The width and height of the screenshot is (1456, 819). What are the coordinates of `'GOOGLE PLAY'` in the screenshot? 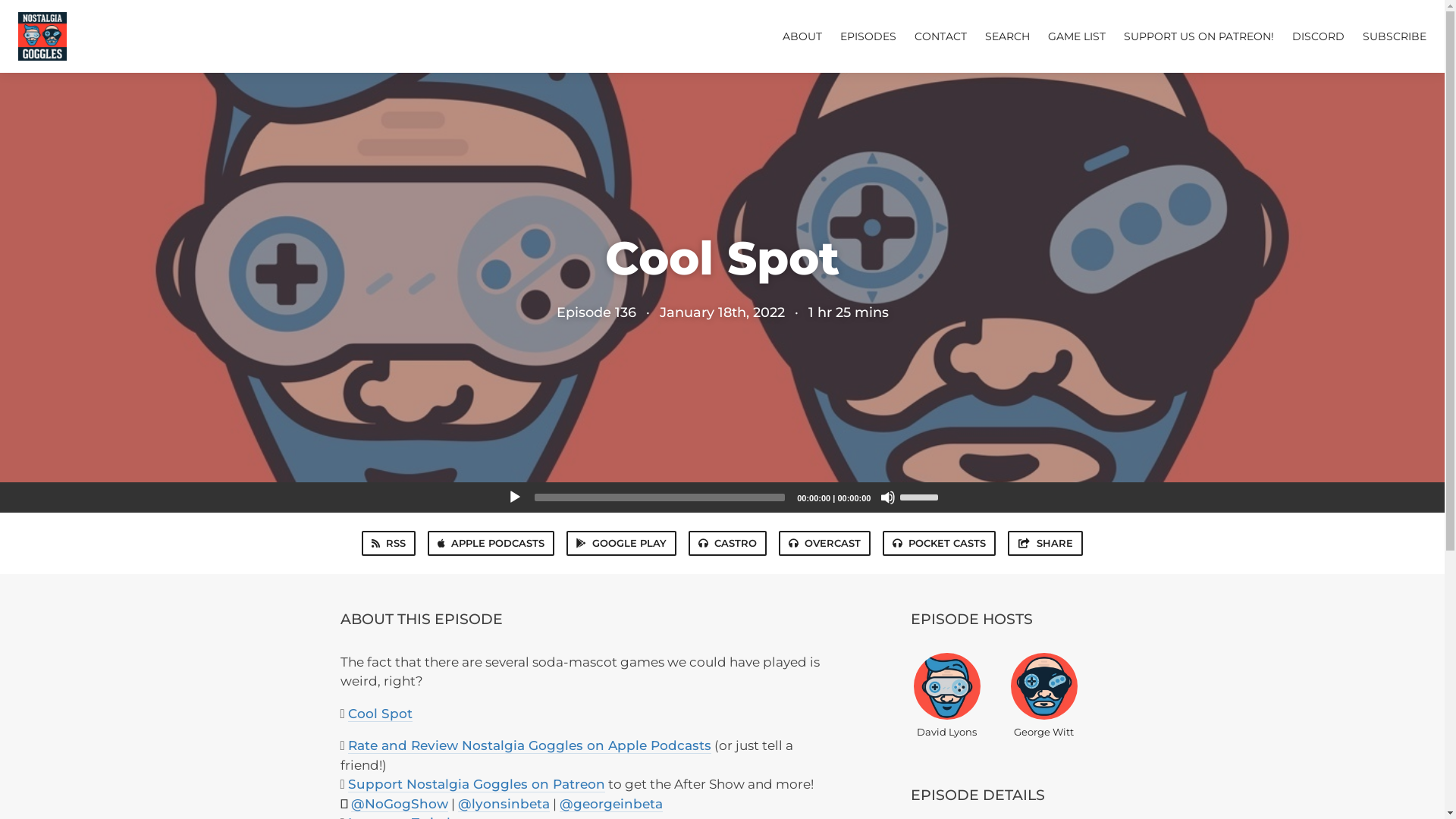 It's located at (621, 542).